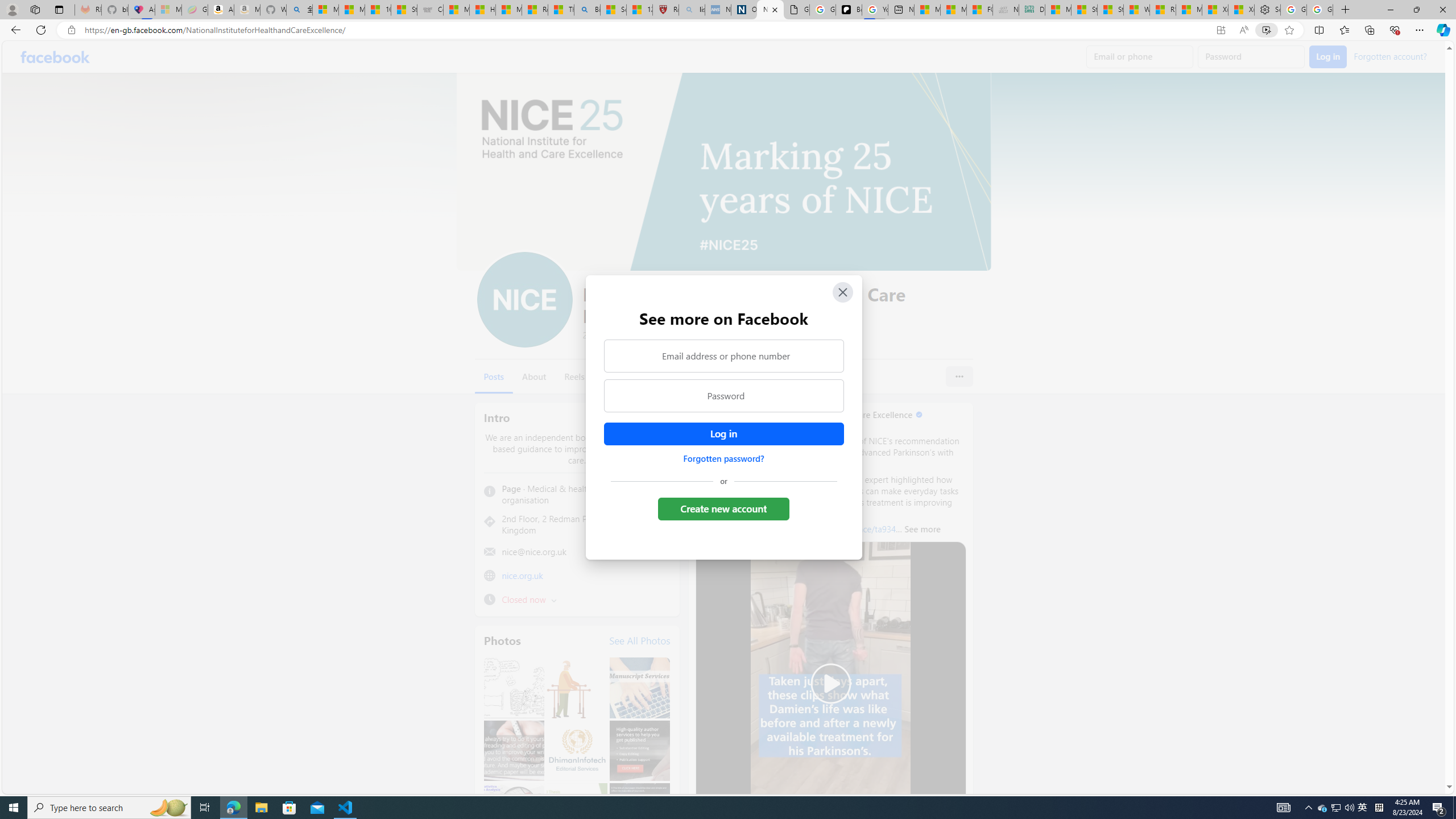  Describe the element at coordinates (1110, 9) in the screenshot. I see `'Stocks - MSN'` at that location.